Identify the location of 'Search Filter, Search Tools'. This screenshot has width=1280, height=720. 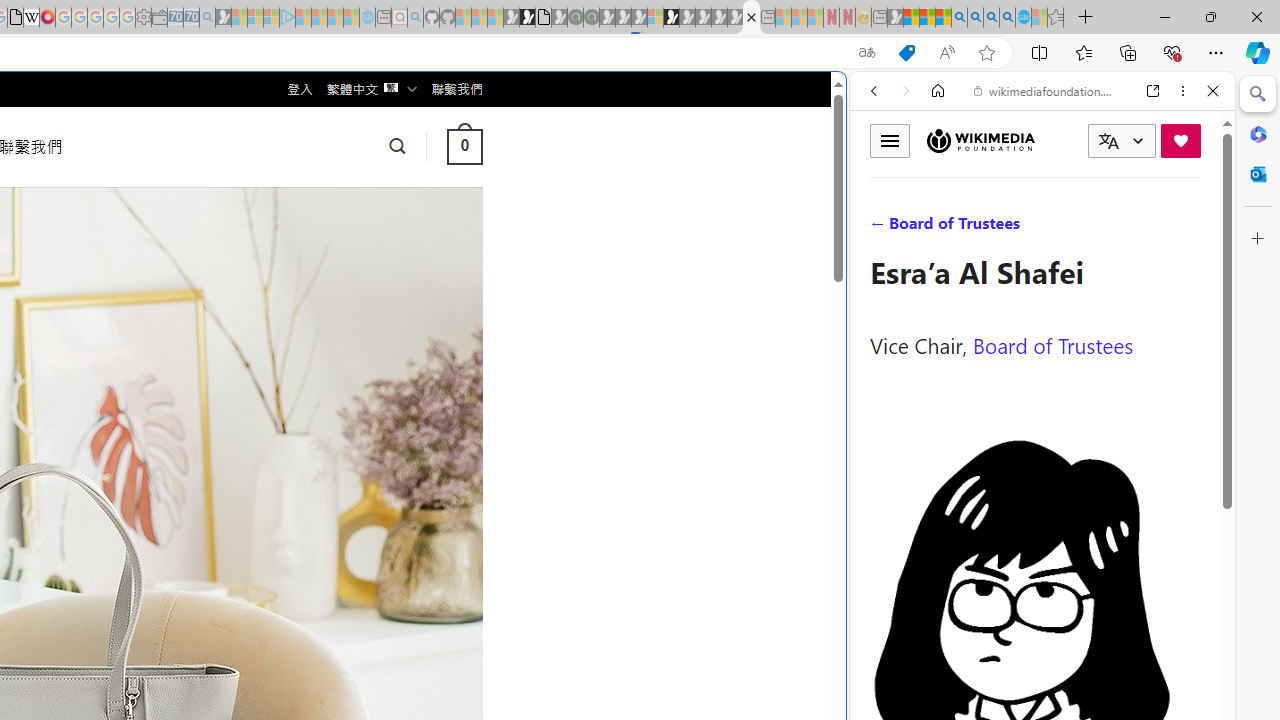
(1092, 227).